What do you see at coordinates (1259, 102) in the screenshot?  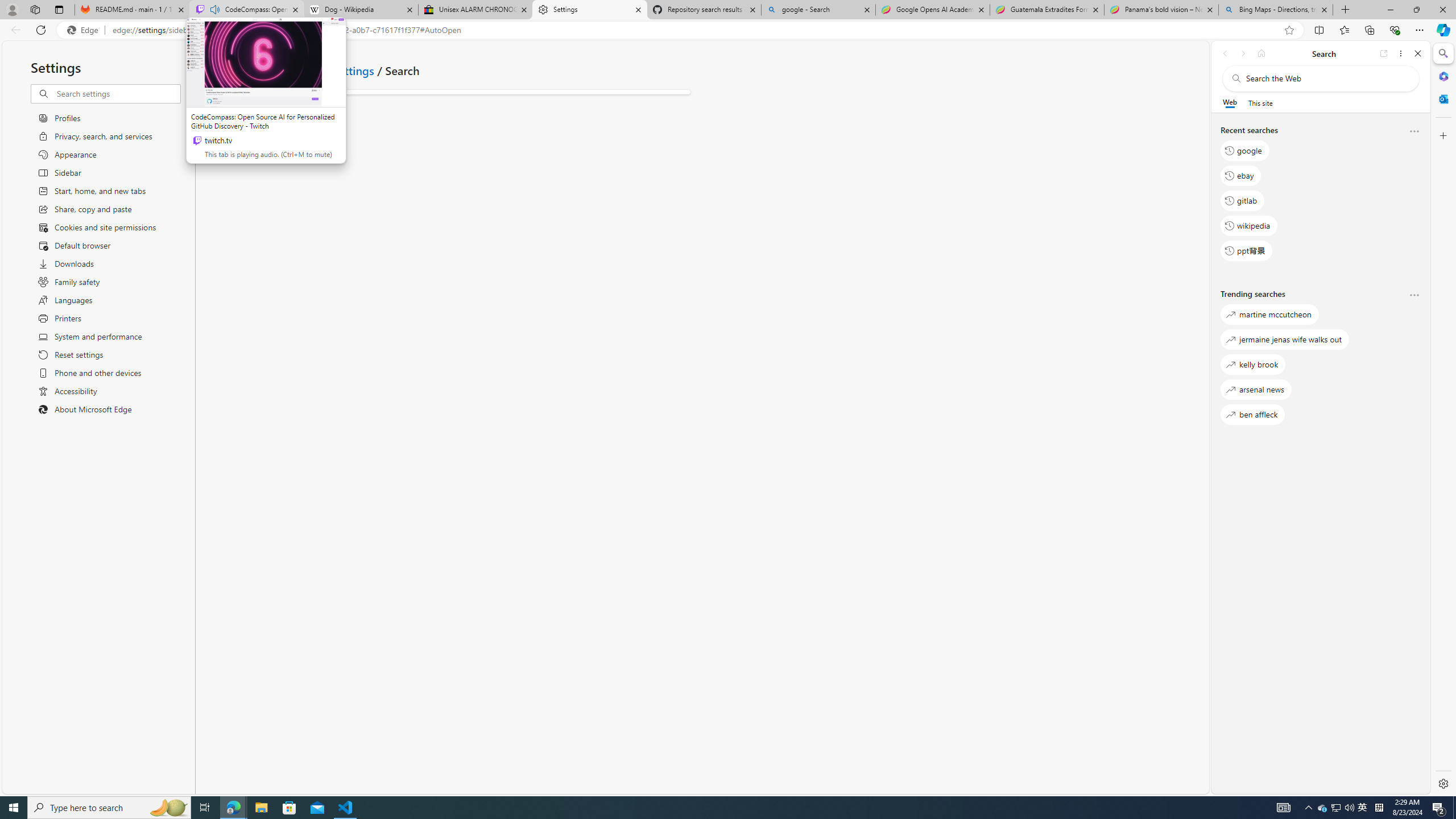 I see `'This site scope'` at bounding box center [1259, 102].